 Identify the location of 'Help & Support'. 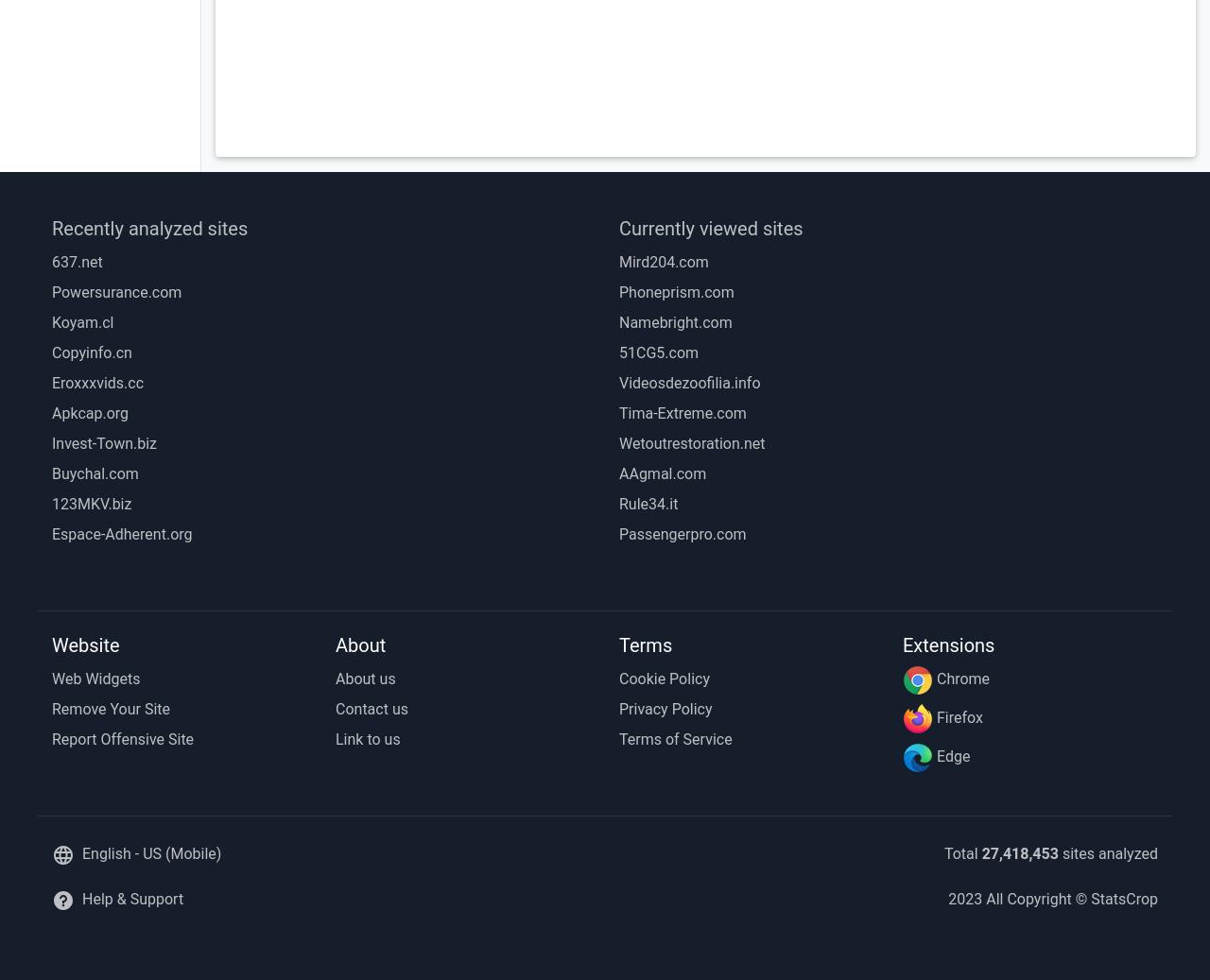
(131, 899).